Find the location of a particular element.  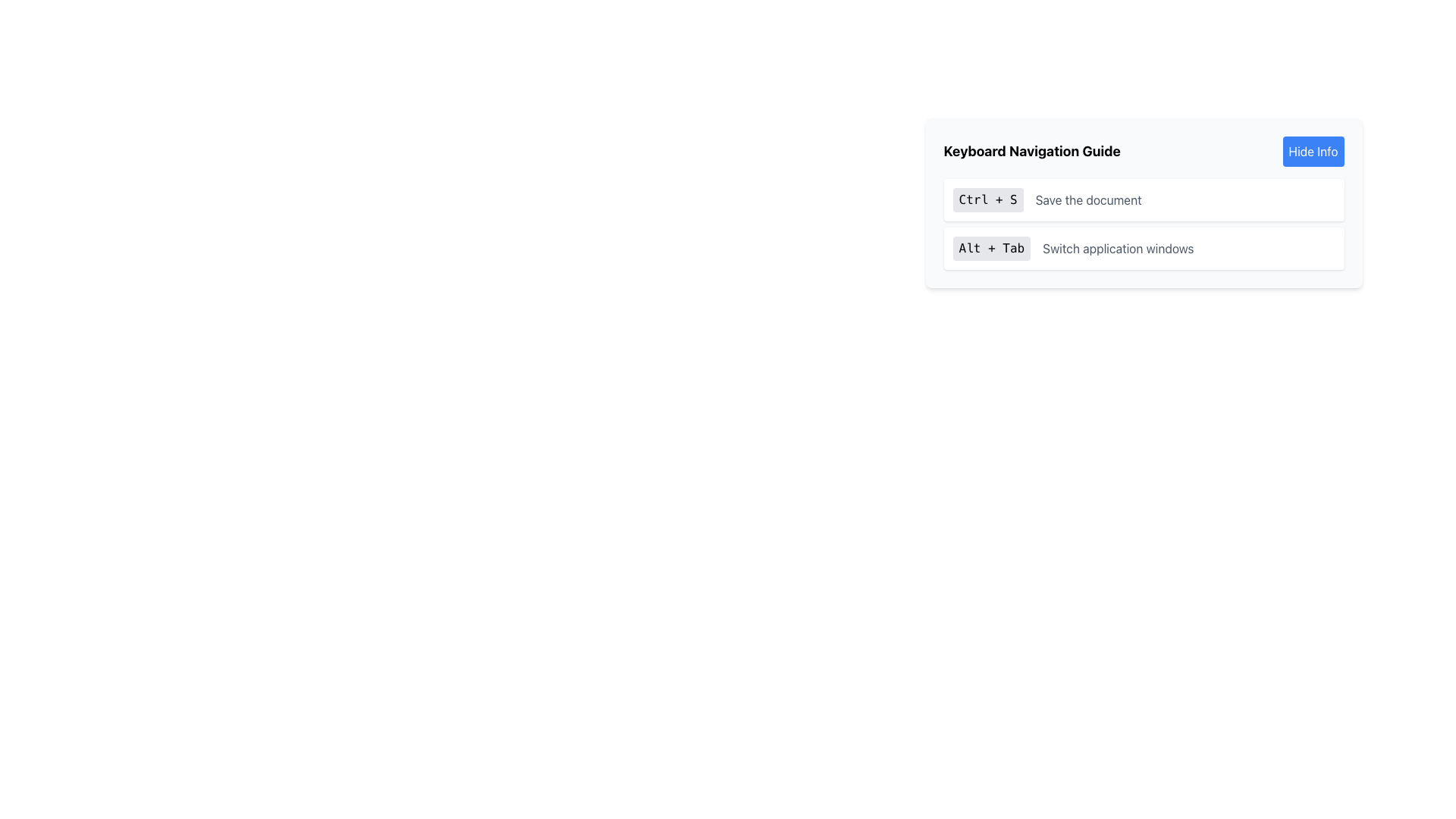

the rectangular button with a blue background and white text reading 'Hide Info' to potentially view its hover effect is located at coordinates (1313, 152).